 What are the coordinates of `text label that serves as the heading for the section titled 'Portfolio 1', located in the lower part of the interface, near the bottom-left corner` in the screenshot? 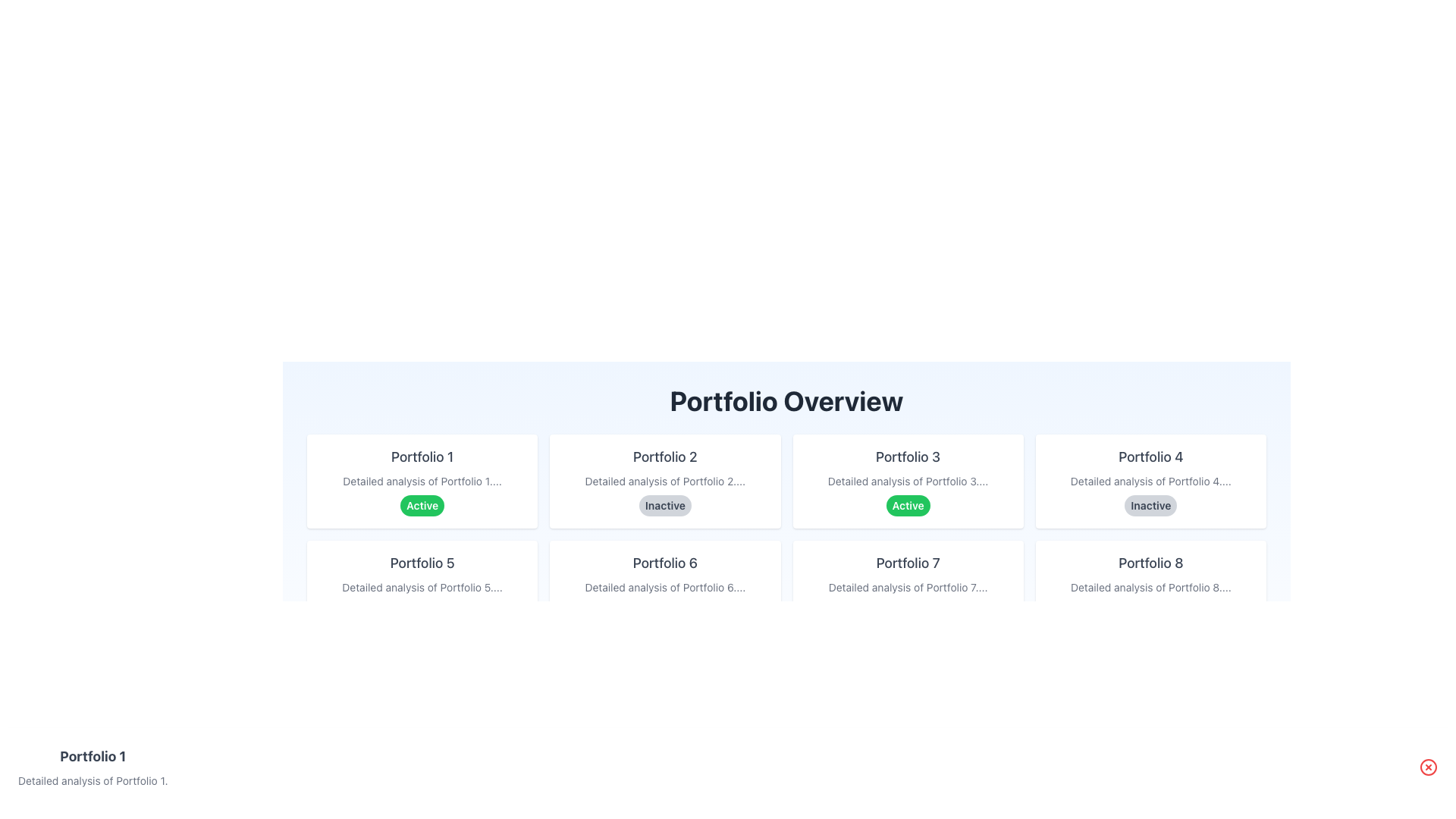 It's located at (92, 757).